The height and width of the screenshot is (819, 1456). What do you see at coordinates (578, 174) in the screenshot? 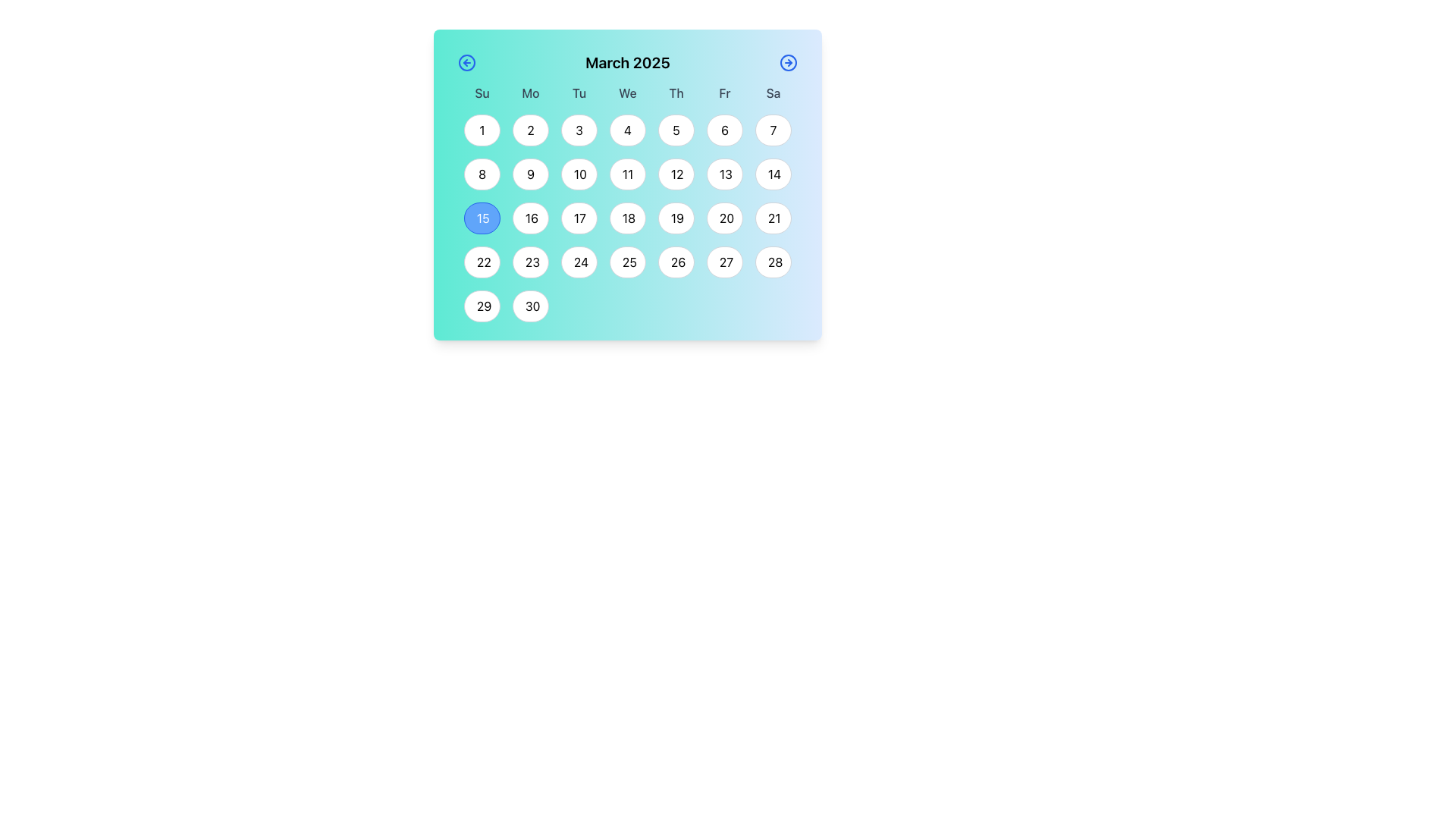
I see `the date selector button for March 10, 2025` at bounding box center [578, 174].